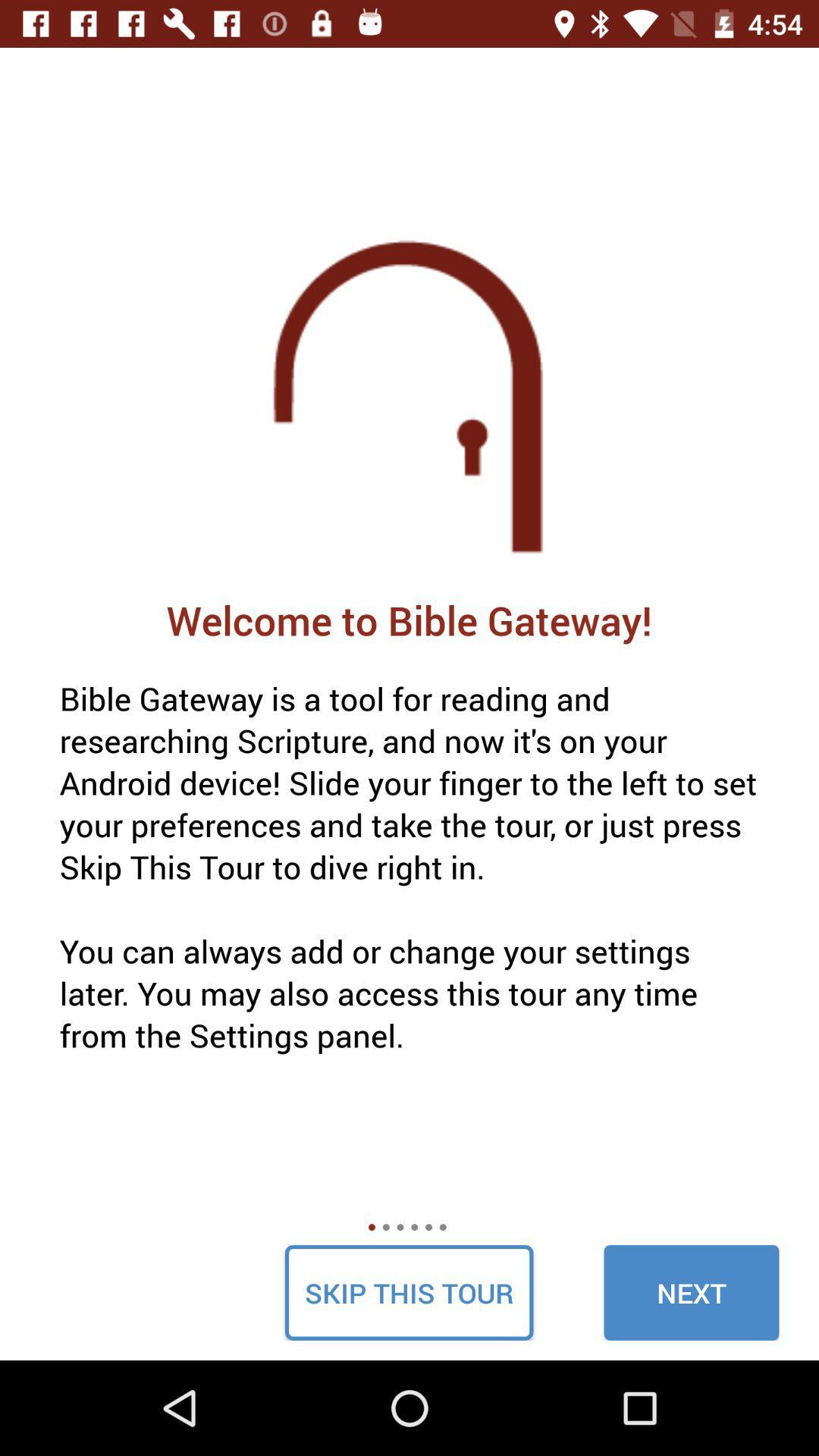 The image size is (819, 1456). Describe the element at coordinates (691, 1291) in the screenshot. I see `icon below the bible gateway is` at that location.